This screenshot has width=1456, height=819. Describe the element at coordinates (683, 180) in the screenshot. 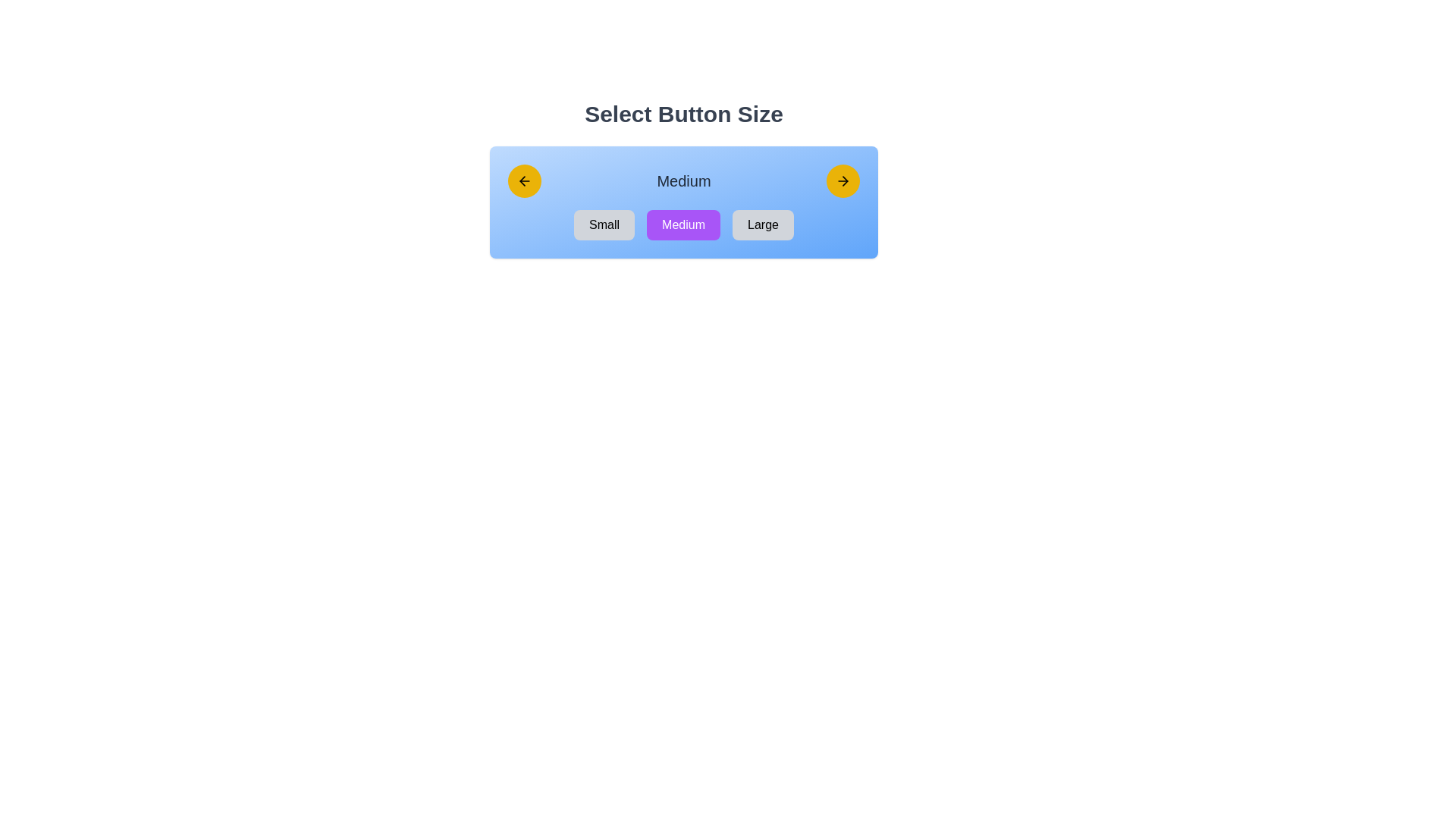

I see `the 'Medium' text label, which is displayed in bold dark gray font on a light blue background, centrally located in a section with navigational elements and buttons` at that location.